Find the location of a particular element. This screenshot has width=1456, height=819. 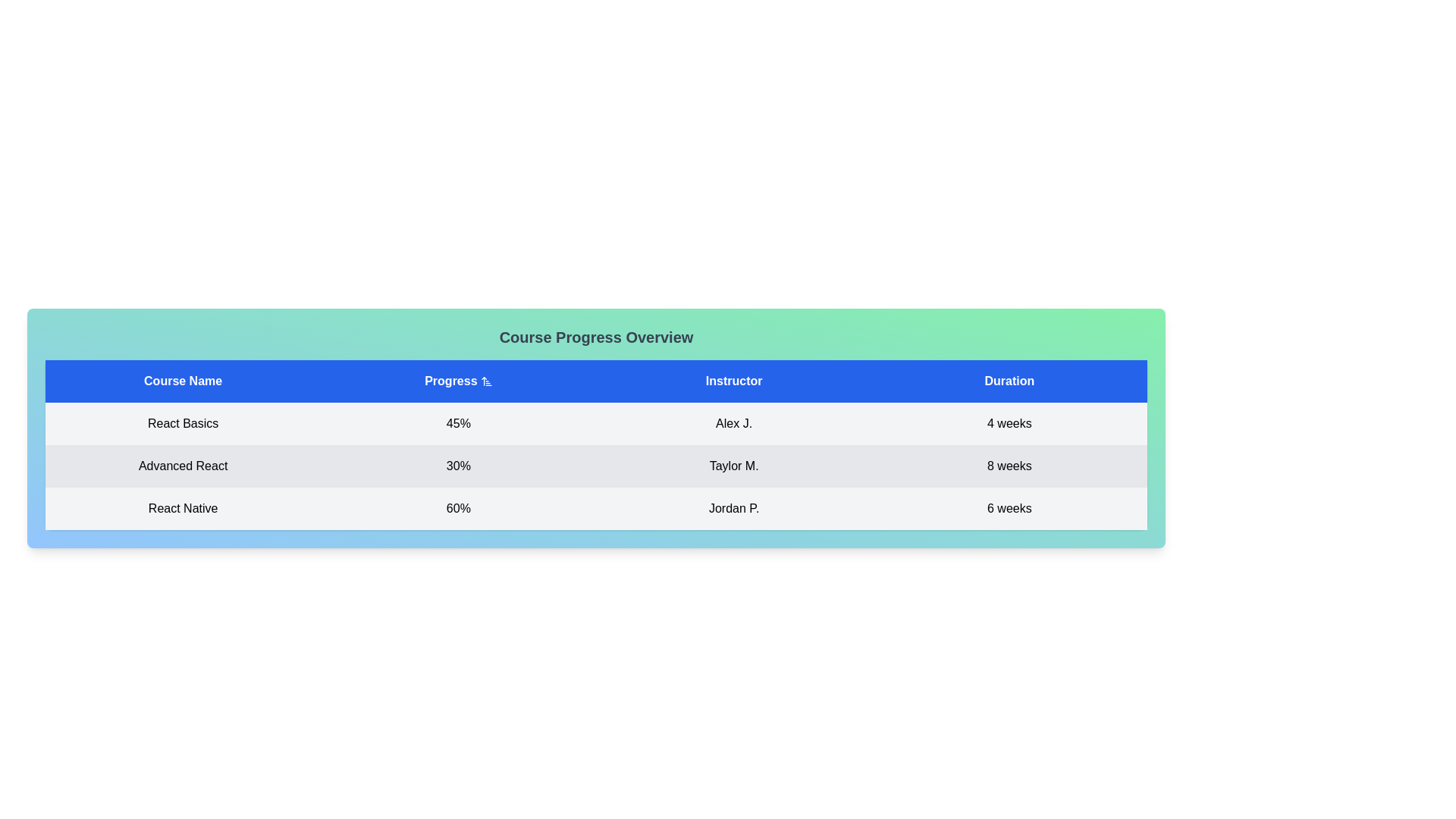

the second row of the table that contains details for the 'Advanced React' course is located at coordinates (595, 465).